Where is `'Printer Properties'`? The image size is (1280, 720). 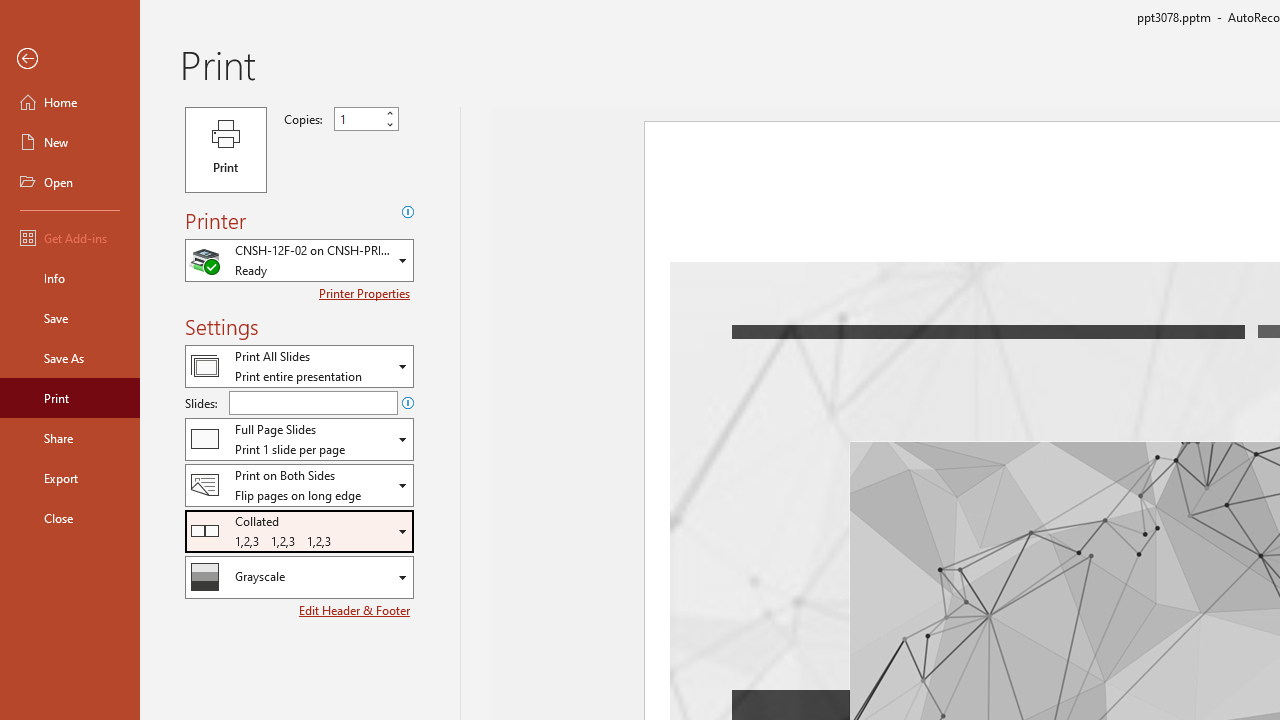
'Printer Properties' is located at coordinates (366, 293).